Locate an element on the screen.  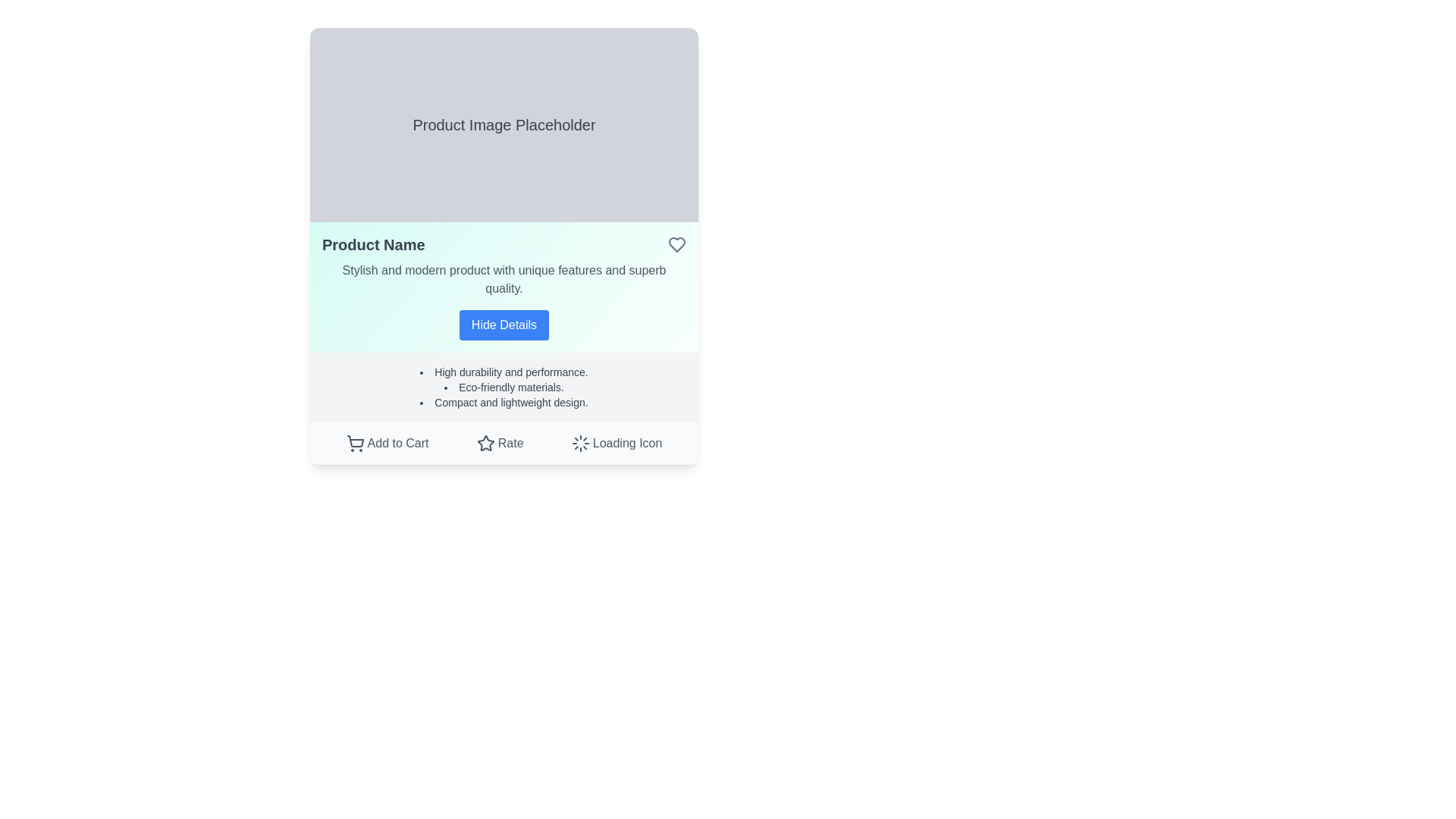
the Loader Icon located at the bottom right corner of the card-like interface, adjacent to the 'Loading Icon' label is located at coordinates (579, 444).